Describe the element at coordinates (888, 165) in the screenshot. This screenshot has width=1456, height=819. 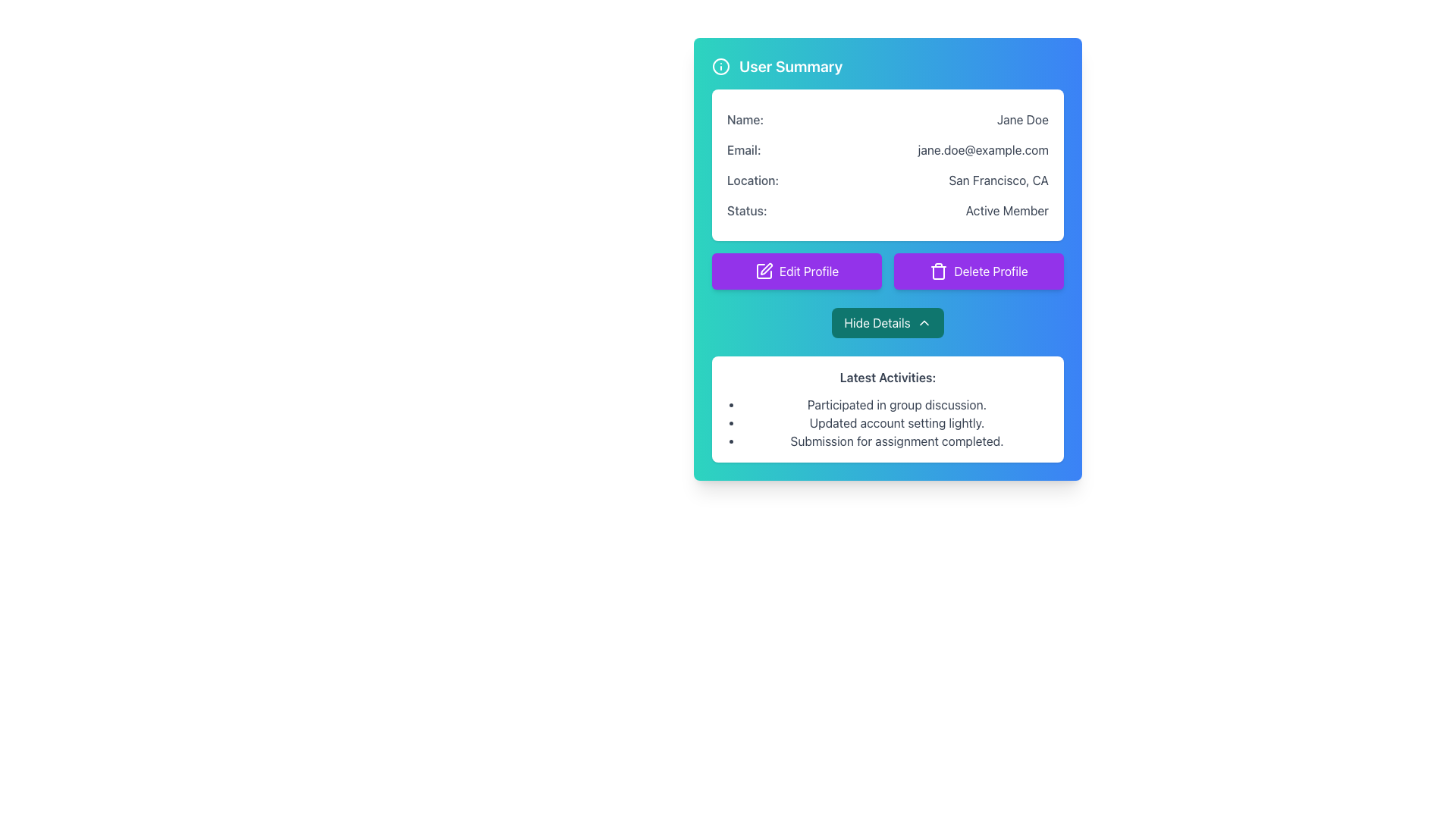
I see `the Information pane located in the User Summary section, which displays the user's profile information such as name, email, location, and status` at that location.